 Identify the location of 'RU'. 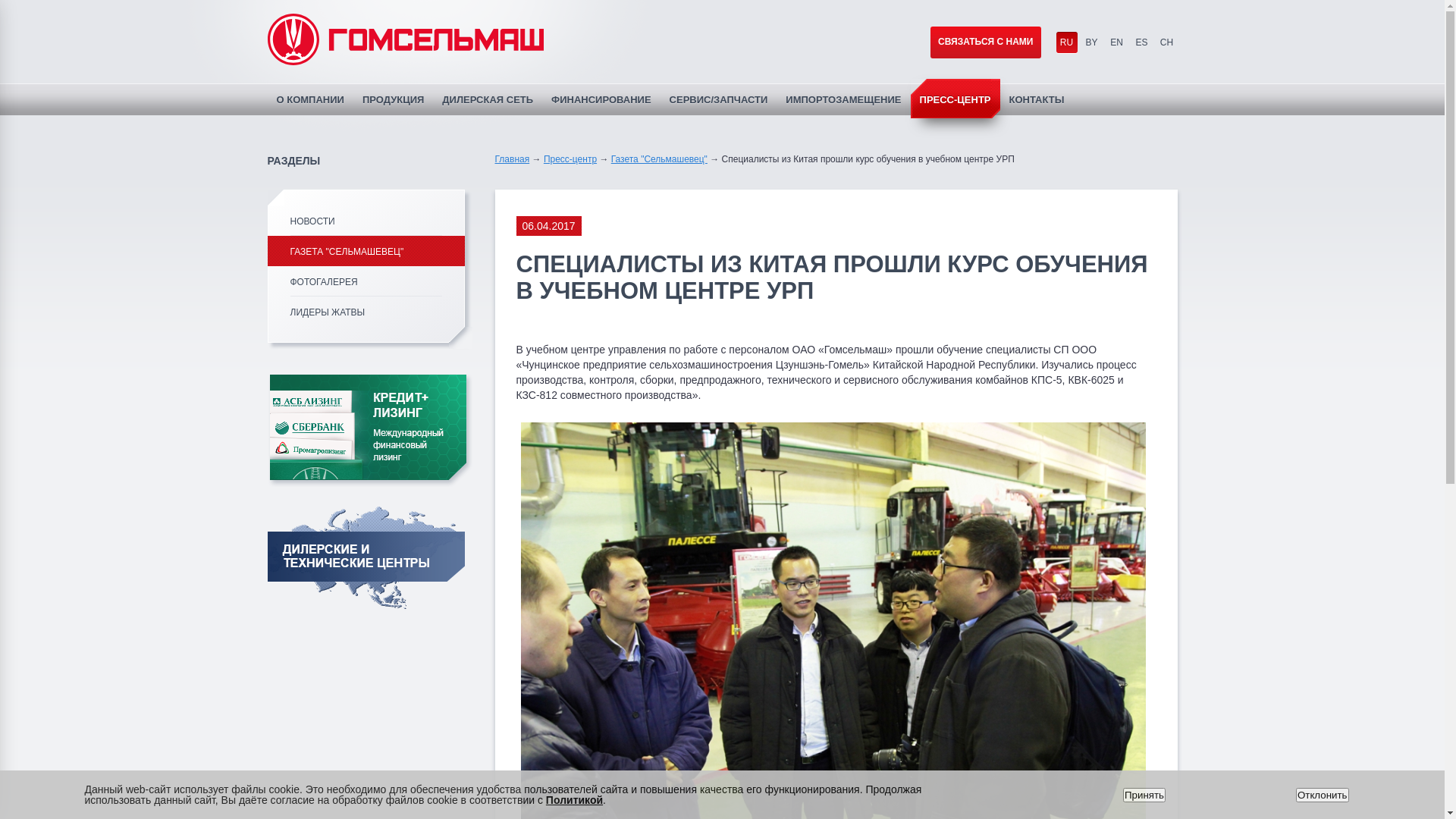
(1055, 42).